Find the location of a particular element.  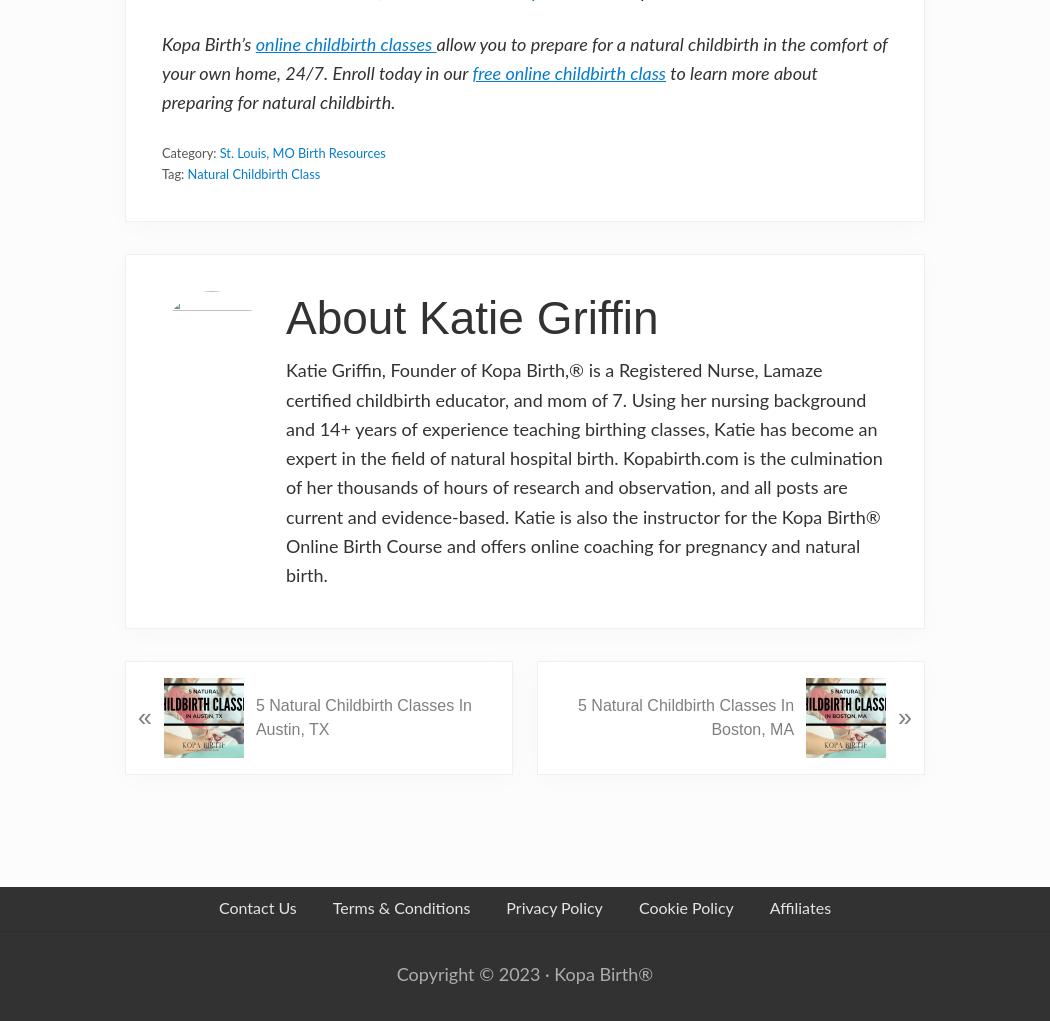

'Affiliates' is located at coordinates (798, 908).